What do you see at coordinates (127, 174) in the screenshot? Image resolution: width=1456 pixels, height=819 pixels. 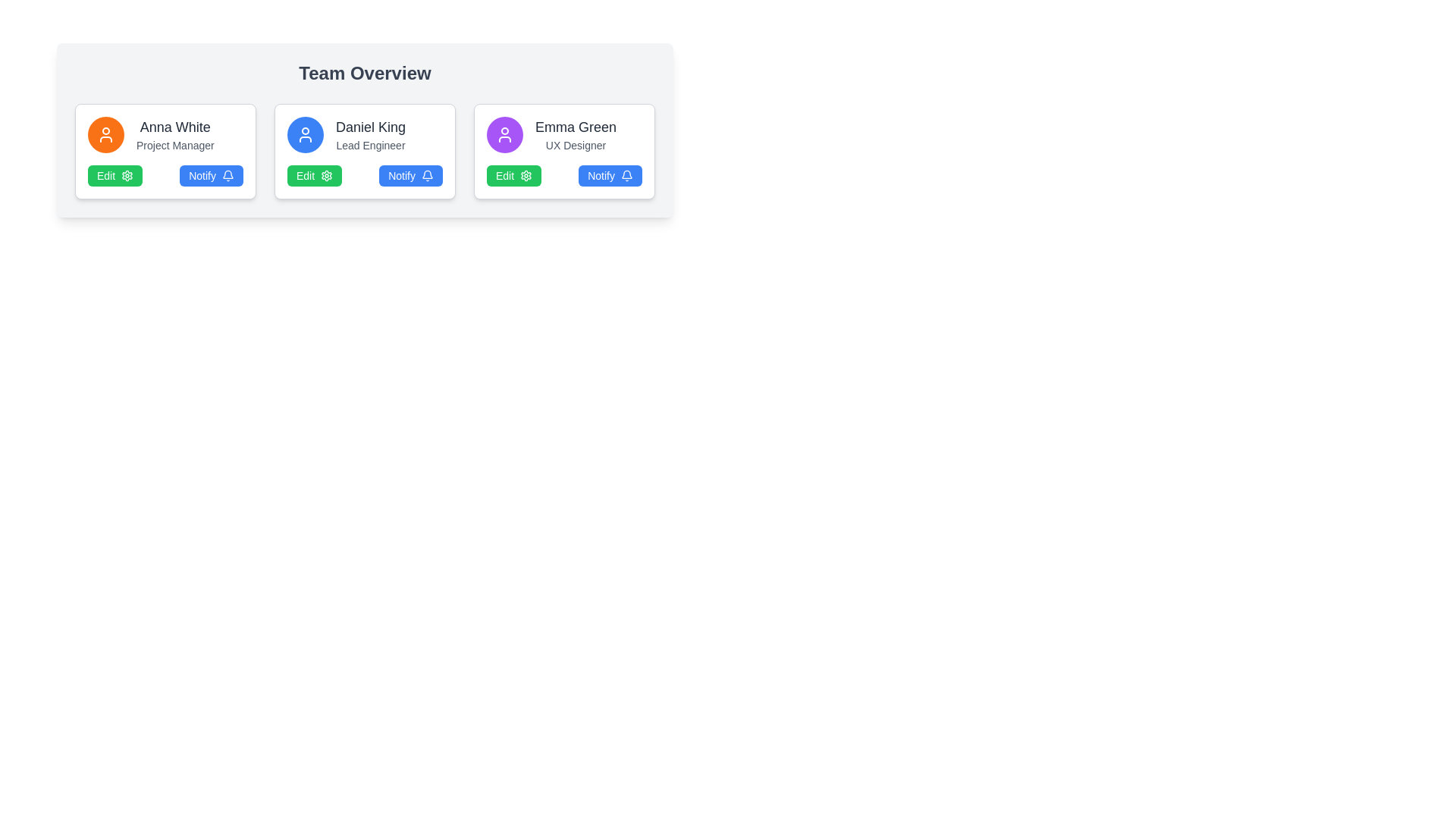 I see `the circular gear icon with a green background located inside the 'Edit' button of the first profile card labeled 'Anna White - Project Manager' in the 'Team Overview' section` at bounding box center [127, 174].